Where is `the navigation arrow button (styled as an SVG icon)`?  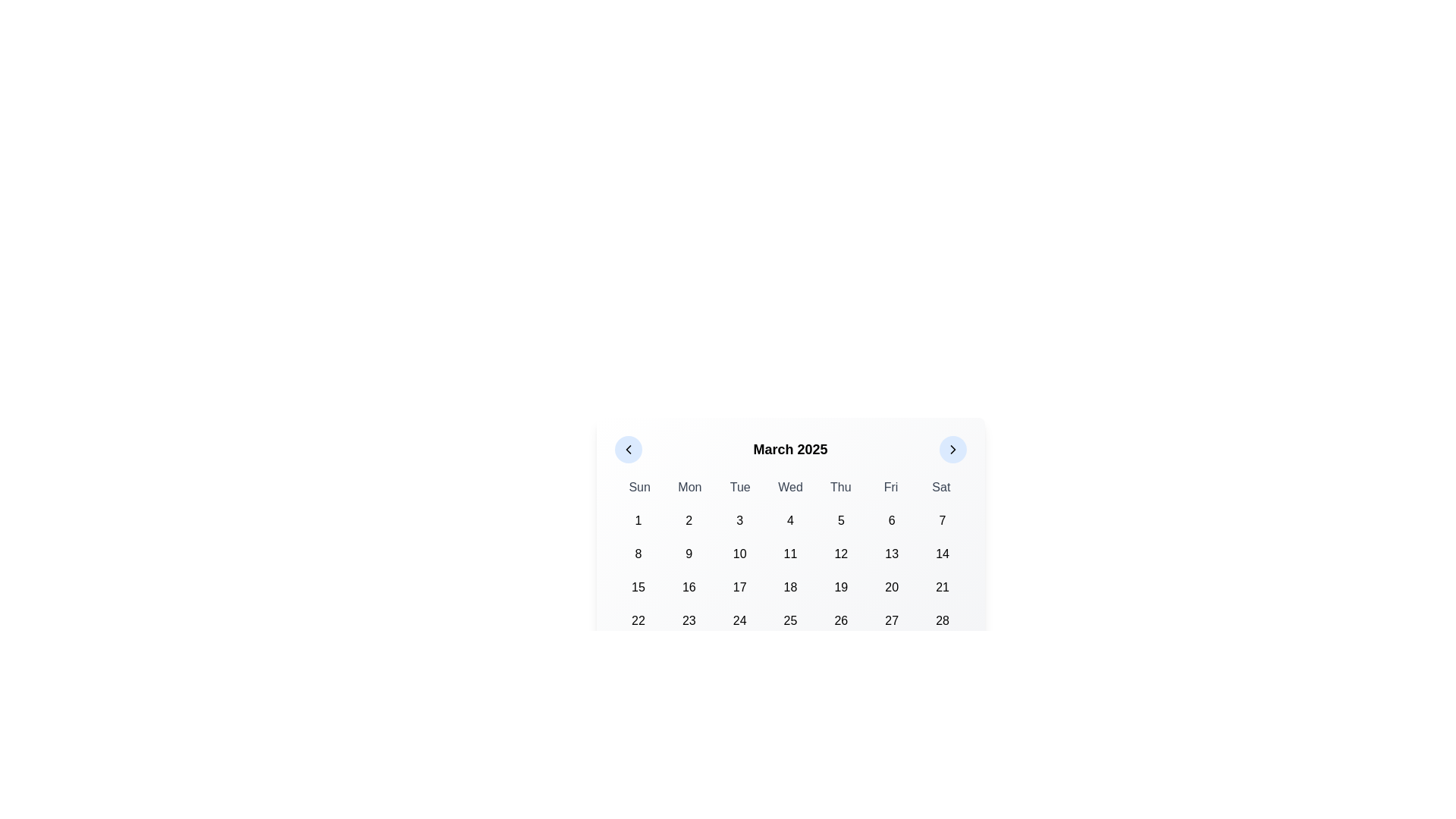 the navigation arrow button (styled as an SVG icon) is located at coordinates (628, 449).